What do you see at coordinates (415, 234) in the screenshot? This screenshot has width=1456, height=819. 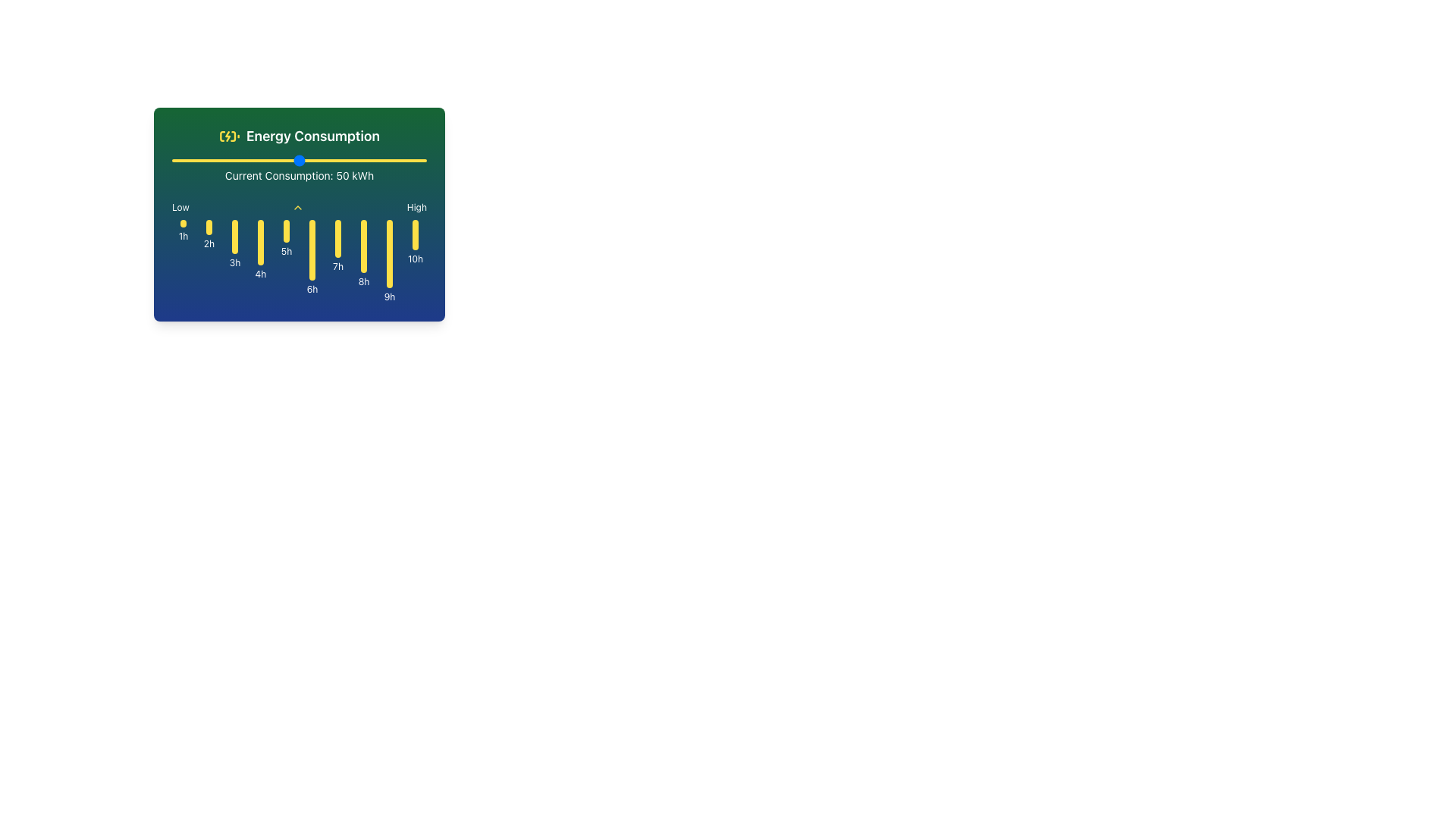 I see `the visual indicator bar representing energy consumption for the tenth hour, located beneath the '10h' label` at bounding box center [415, 234].